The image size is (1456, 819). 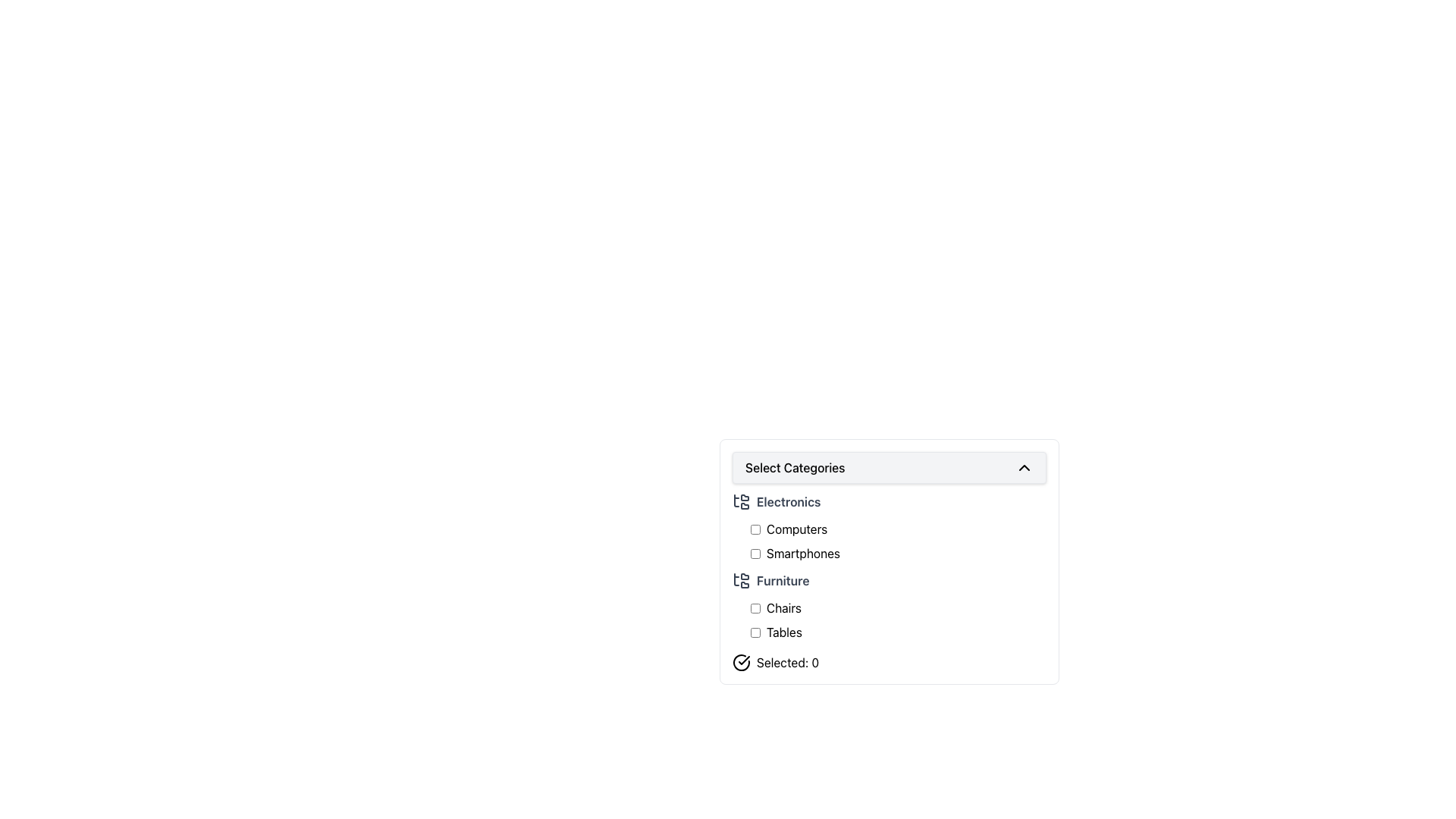 I want to click on the 'Tables' label, which is the second element in the 'Furniture' category selection list, following the checkbox, so click(x=784, y=632).